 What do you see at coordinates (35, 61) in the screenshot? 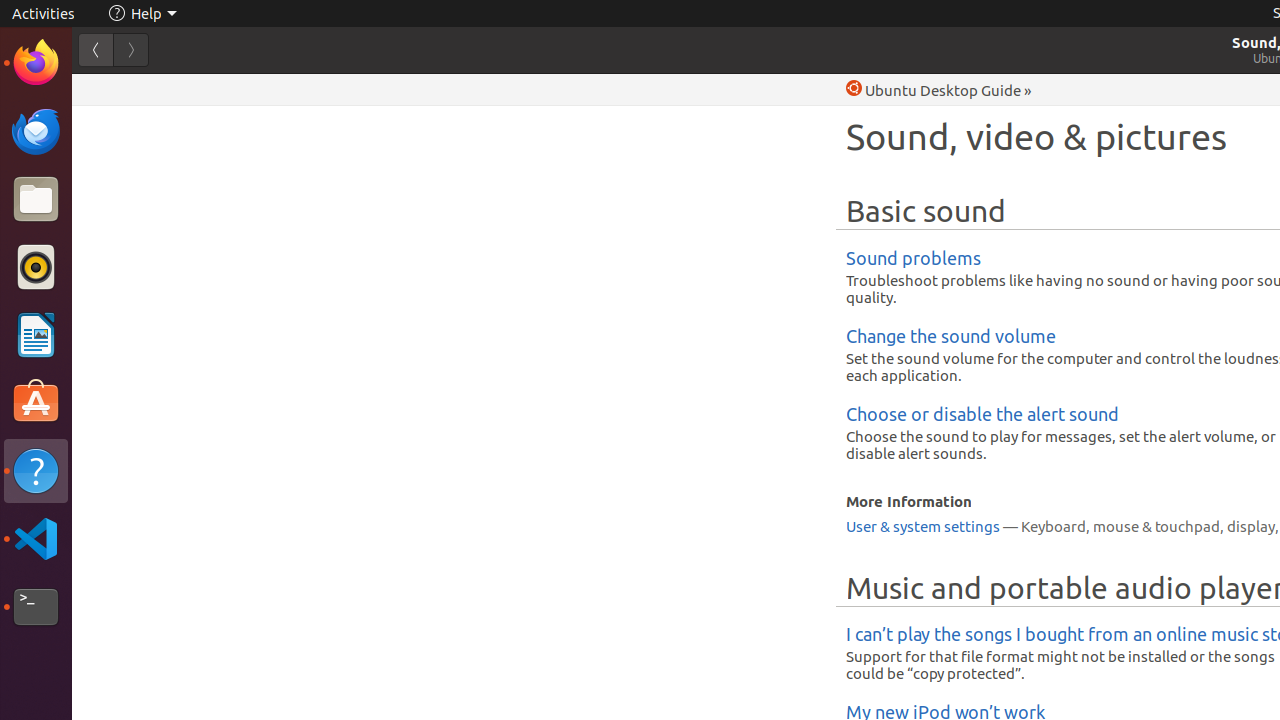
I see `'Firefox Web Browser'` at bounding box center [35, 61].